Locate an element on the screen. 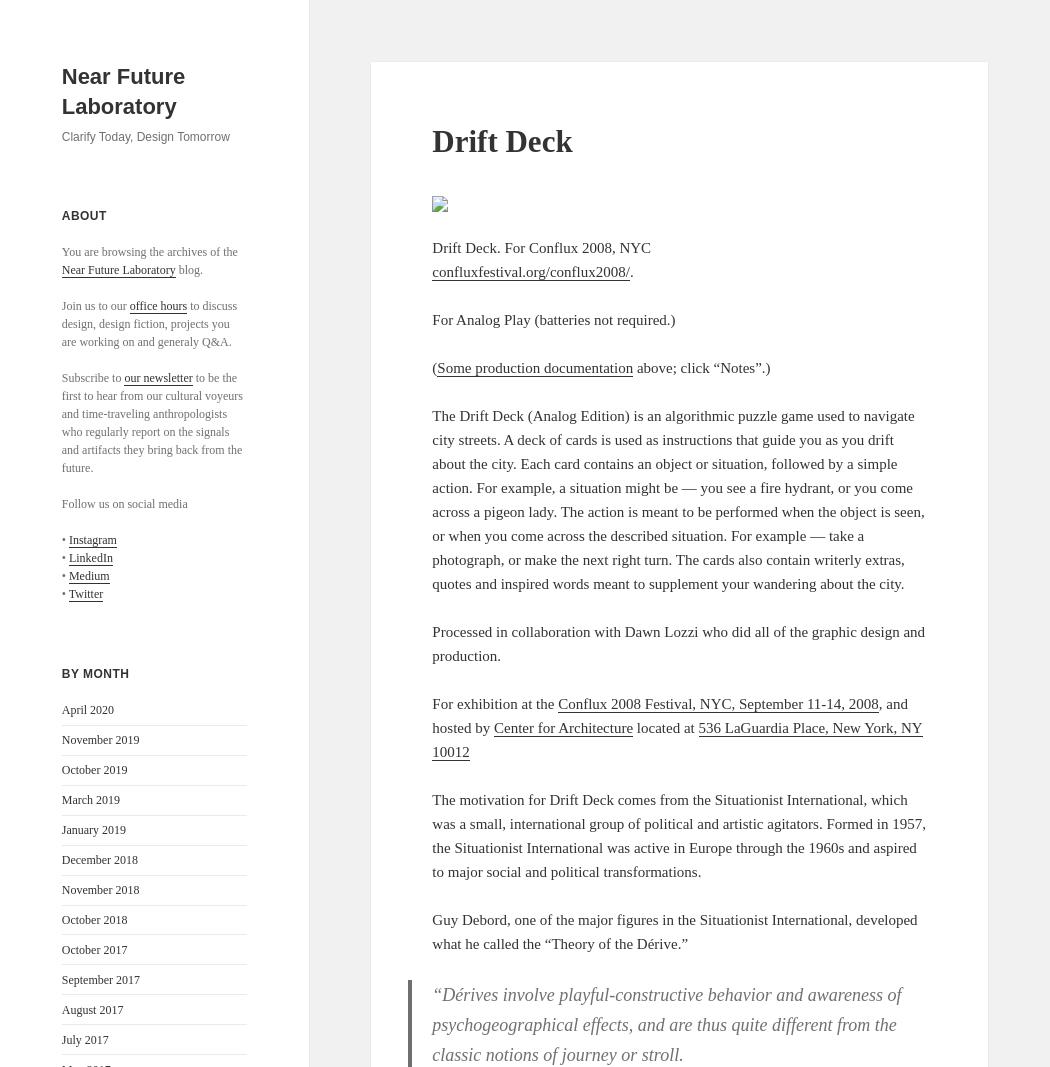  'January 2019' is located at coordinates (93, 829).